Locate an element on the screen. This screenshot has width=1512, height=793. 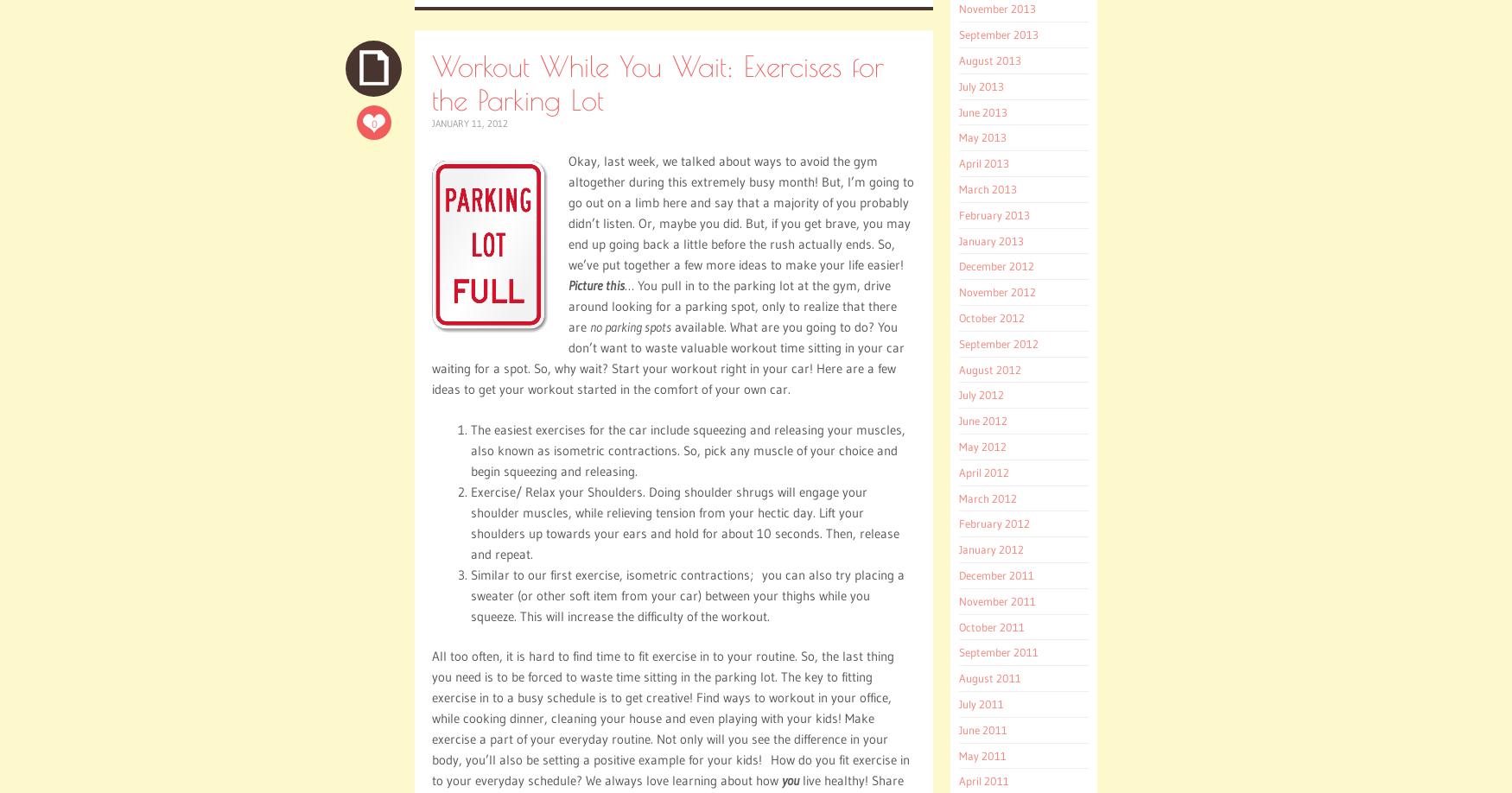
'January 2013' is located at coordinates (990, 238).